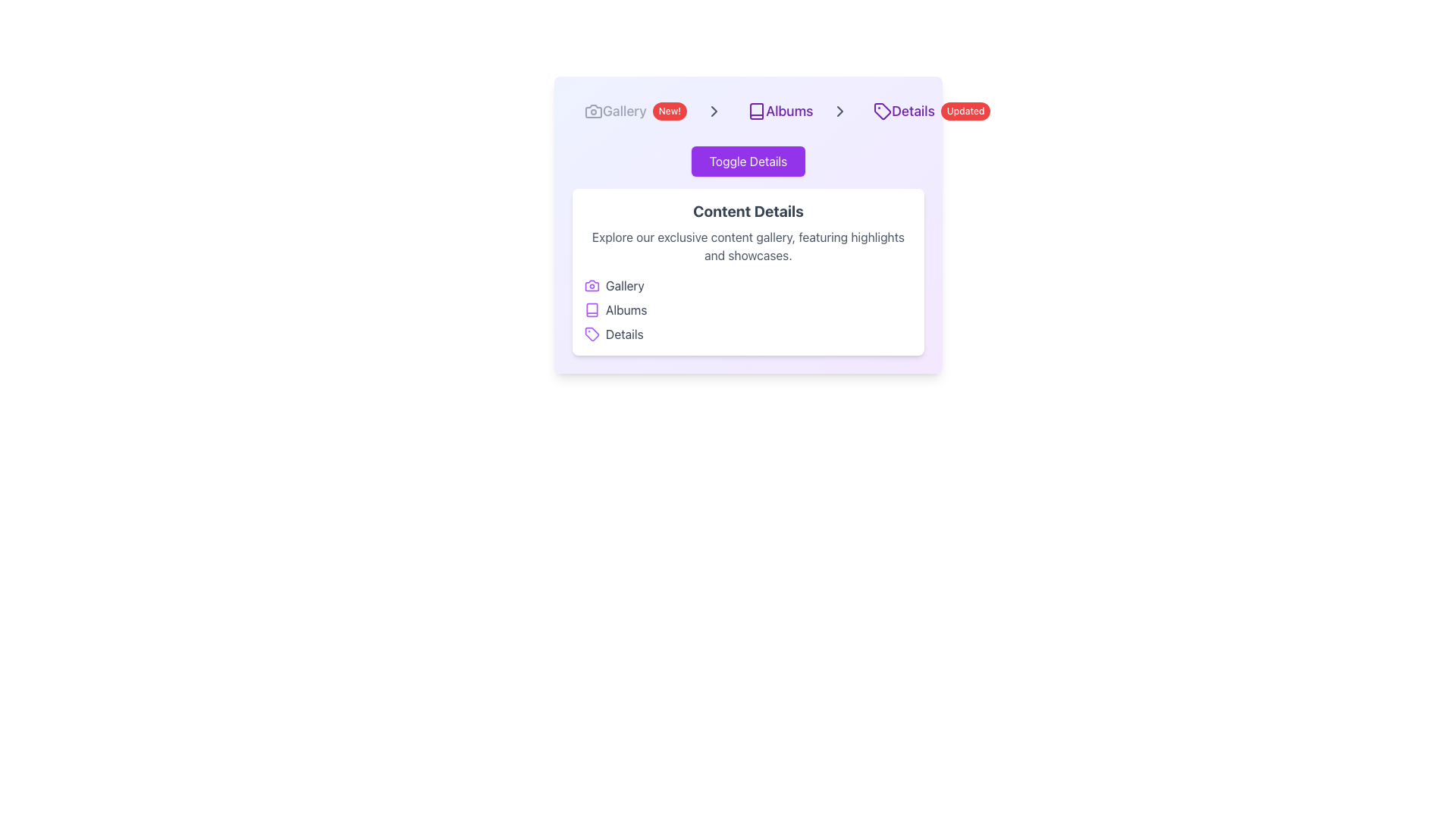  Describe the element at coordinates (748, 250) in the screenshot. I see `the interactive sub-elements within the detail display panel located below the 'Toggle Details' button` at that location.